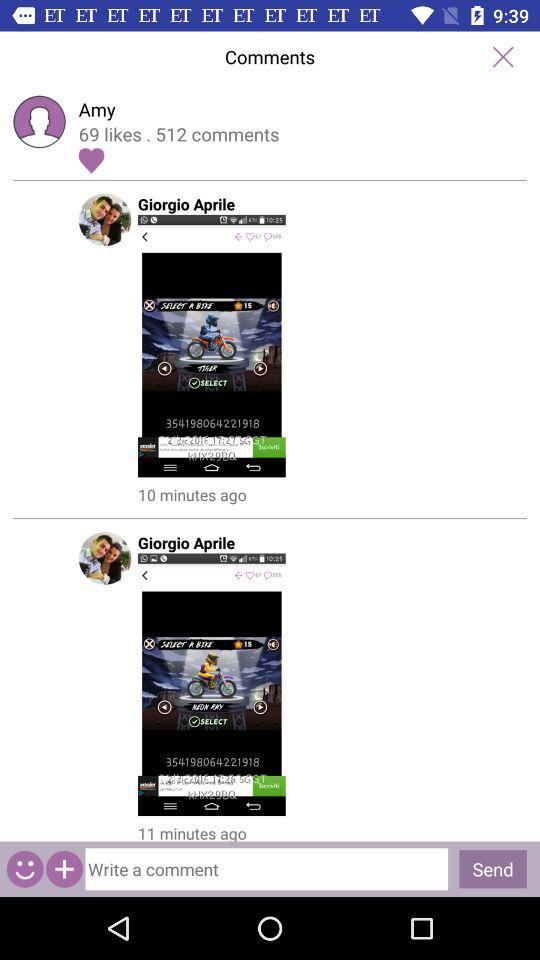 This screenshot has height=960, width=540. What do you see at coordinates (64, 868) in the screenshot?
I see `the add icon` at bounding box center [64, 868].